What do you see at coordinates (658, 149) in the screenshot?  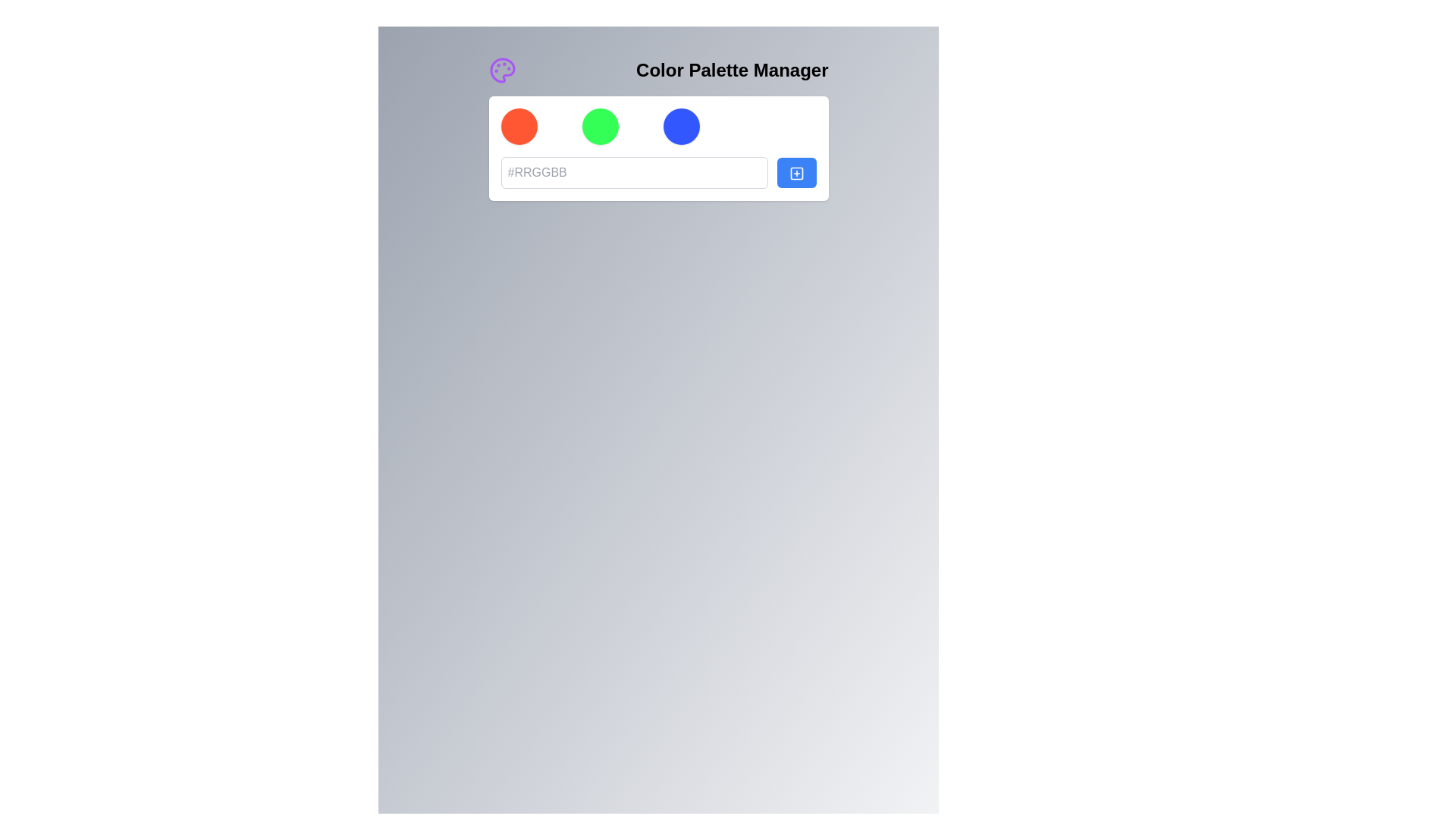 I see `the green circle button located in the Color Palette Manager` at bounding box center [658, 149].